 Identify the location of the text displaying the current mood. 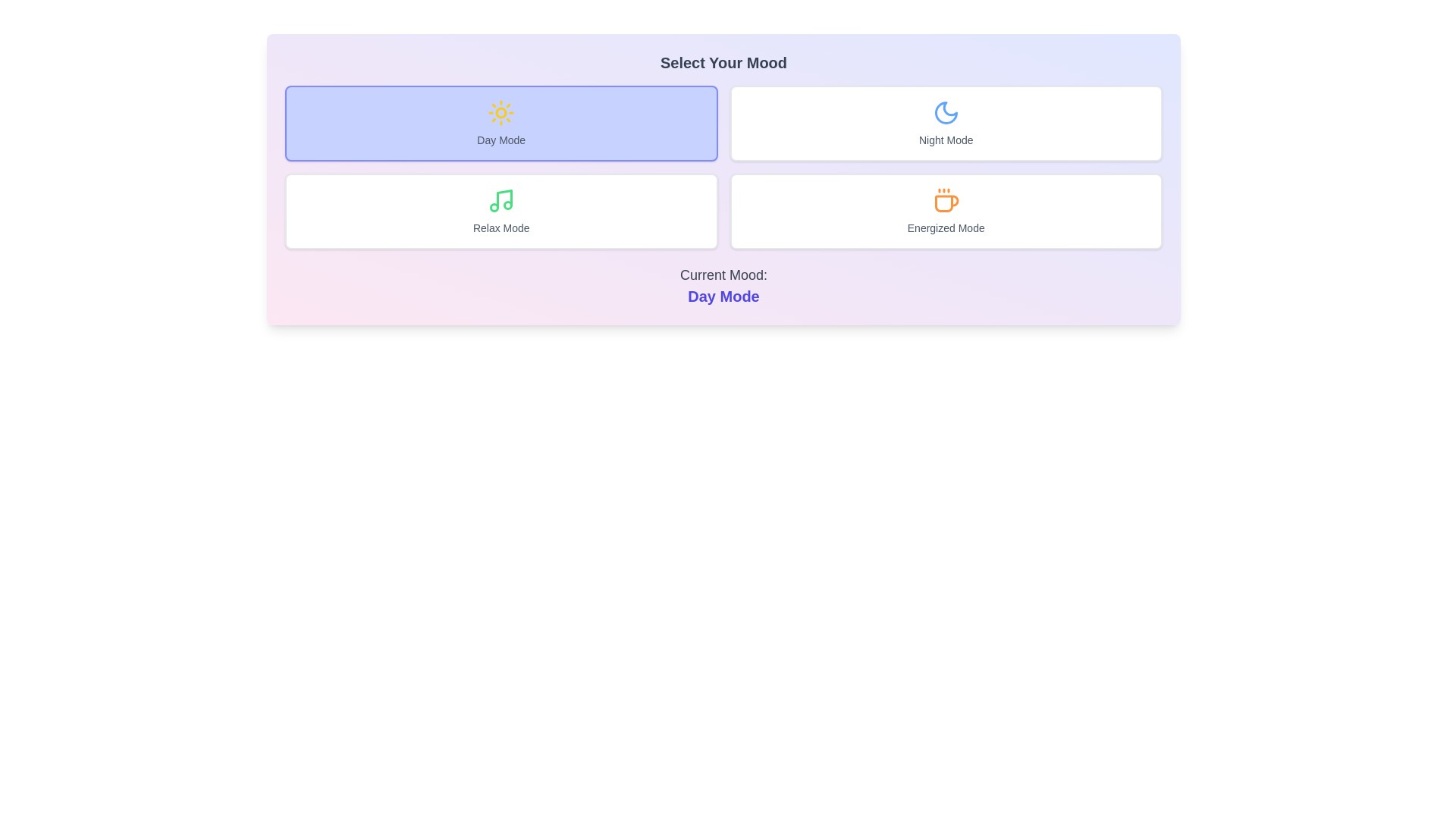
(723, 296).